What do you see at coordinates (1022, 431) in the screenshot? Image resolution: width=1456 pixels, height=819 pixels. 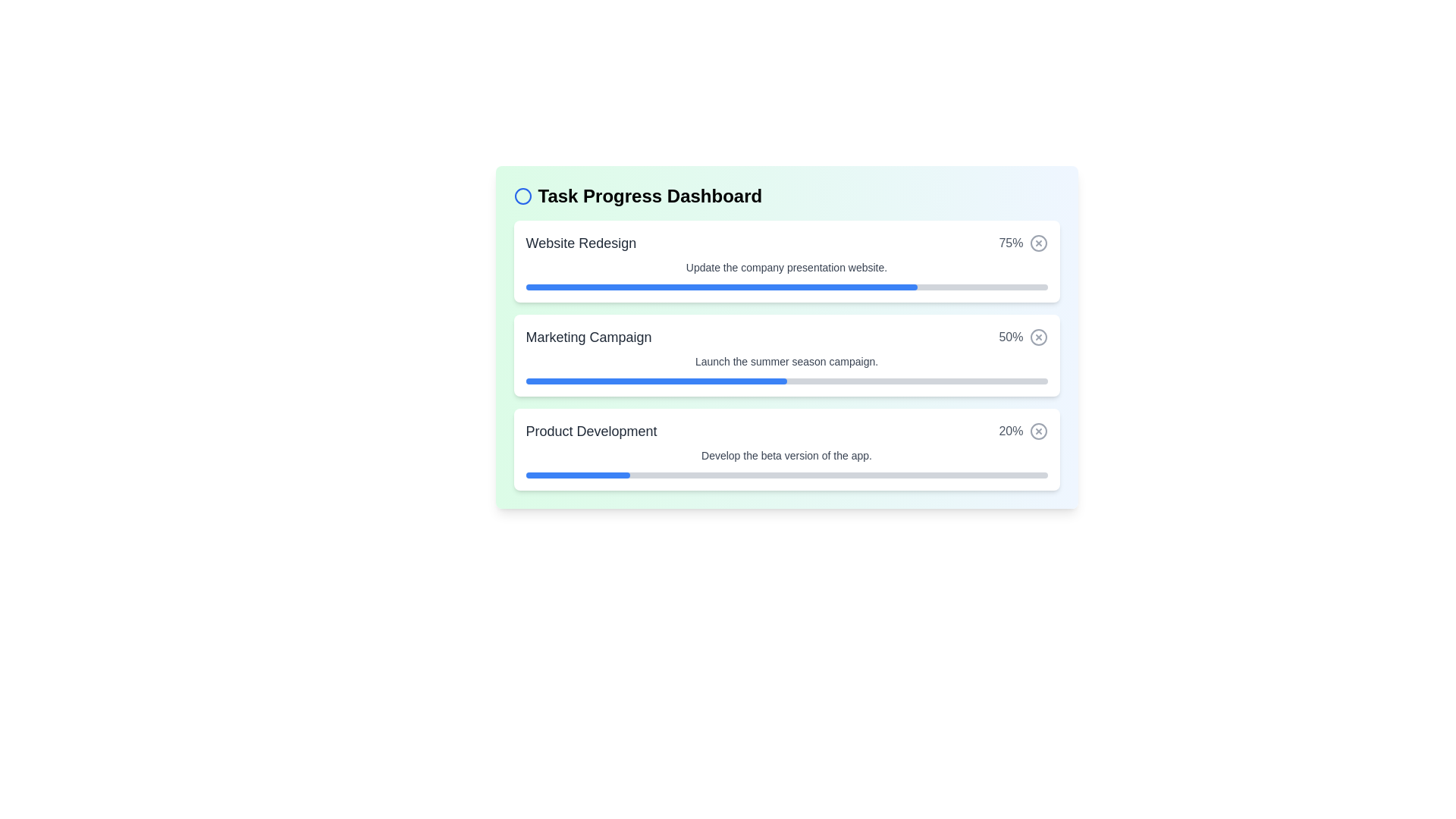 I see `the area near the '20%' progress percentage or the associated icon in the 'Product Development' row of the 'Task Progress Dashboard'` at bounding box center [1022, 431].